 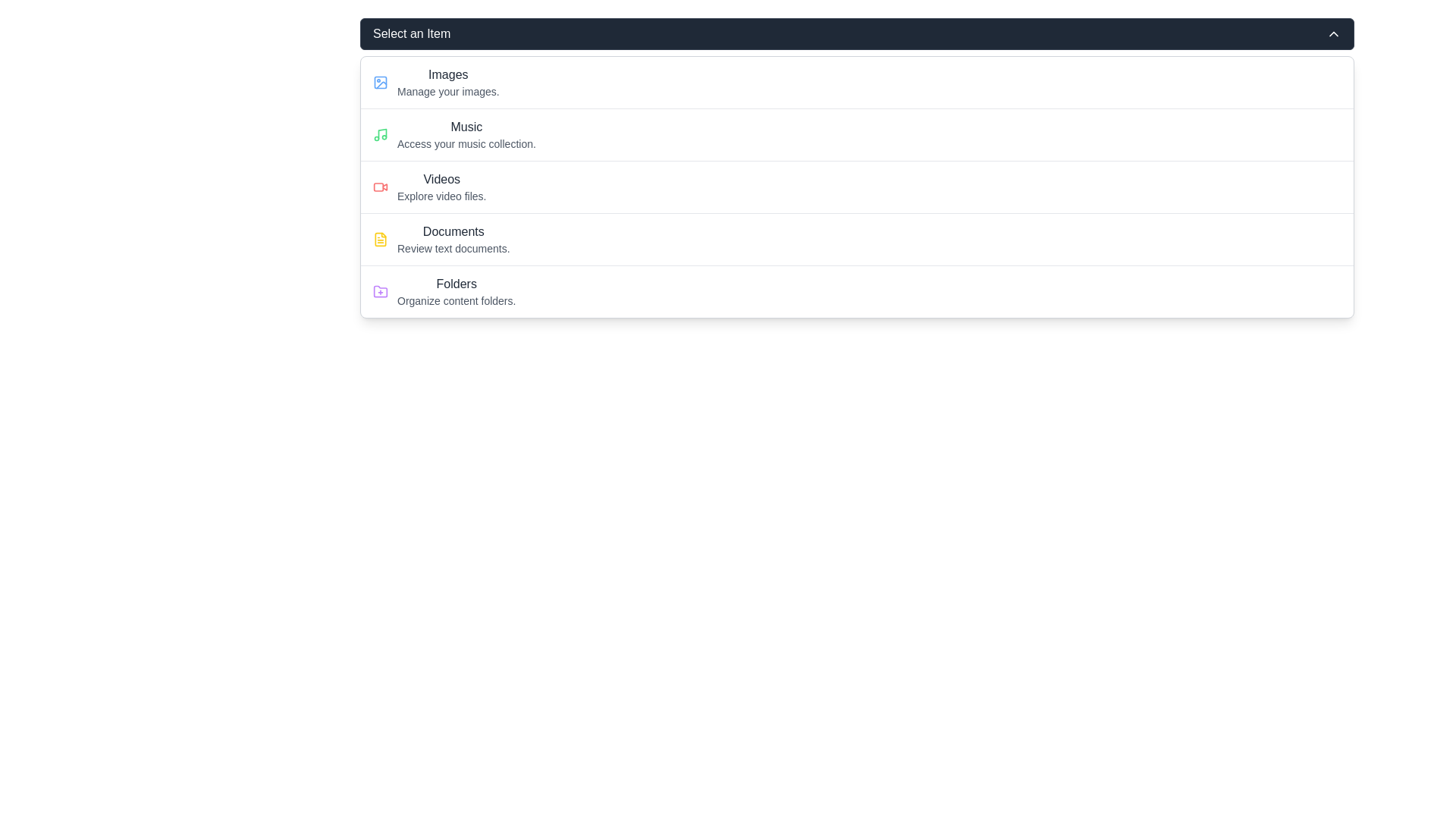 What do you see at coordinates (453, 239) in the screenshot?
I see `the fourth selectable list item that provides access to document review functionality` at bounding box center [453, 239].